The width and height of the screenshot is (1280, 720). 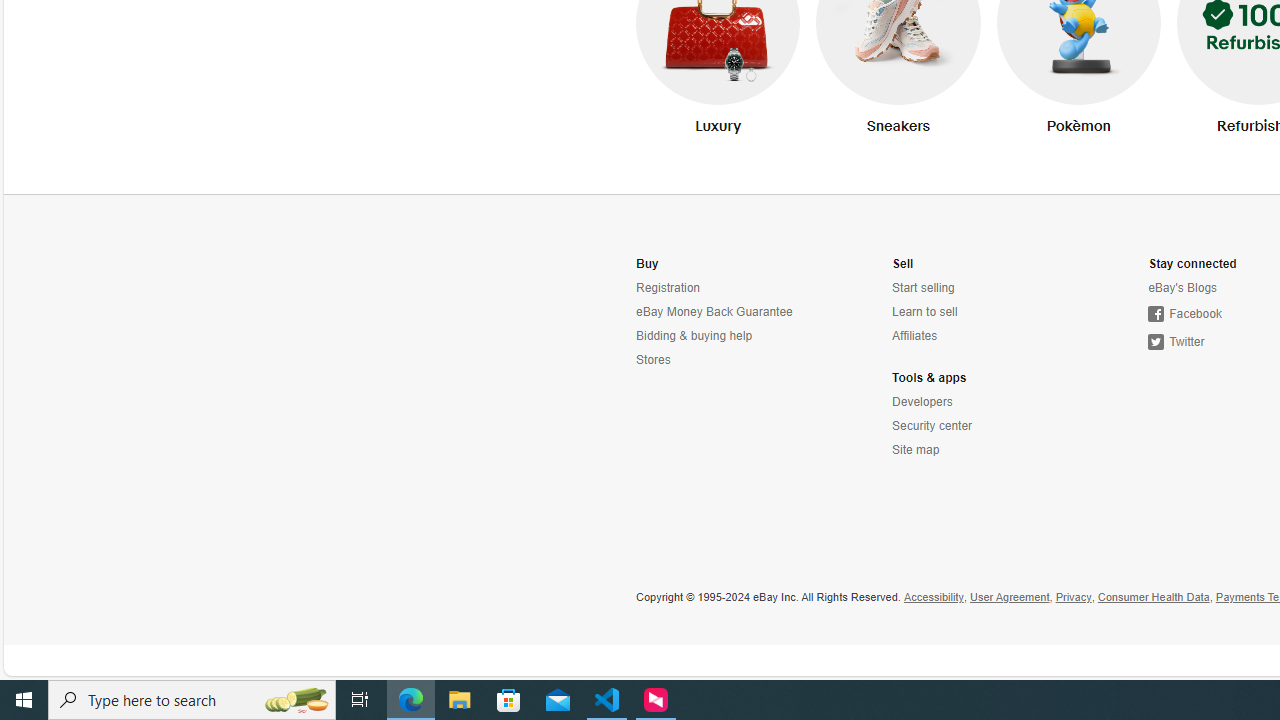 What do you see at coordinates (1183, 288) in the screenshot?
I see `'eBay'` at bounding box center [1183, 288].